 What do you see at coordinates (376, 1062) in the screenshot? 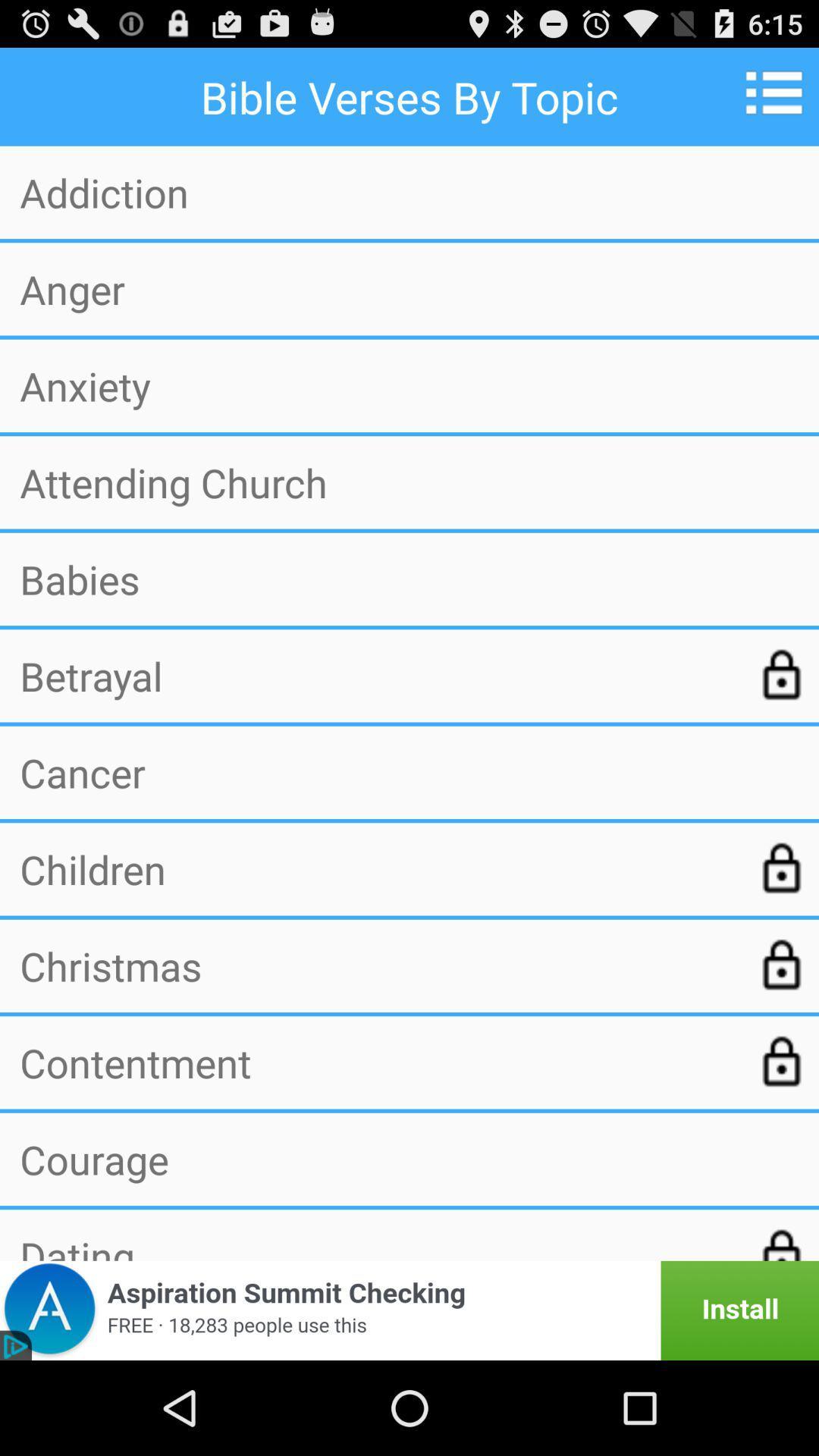
I see `item below christmas icon` at bounding box center [376, 1062].